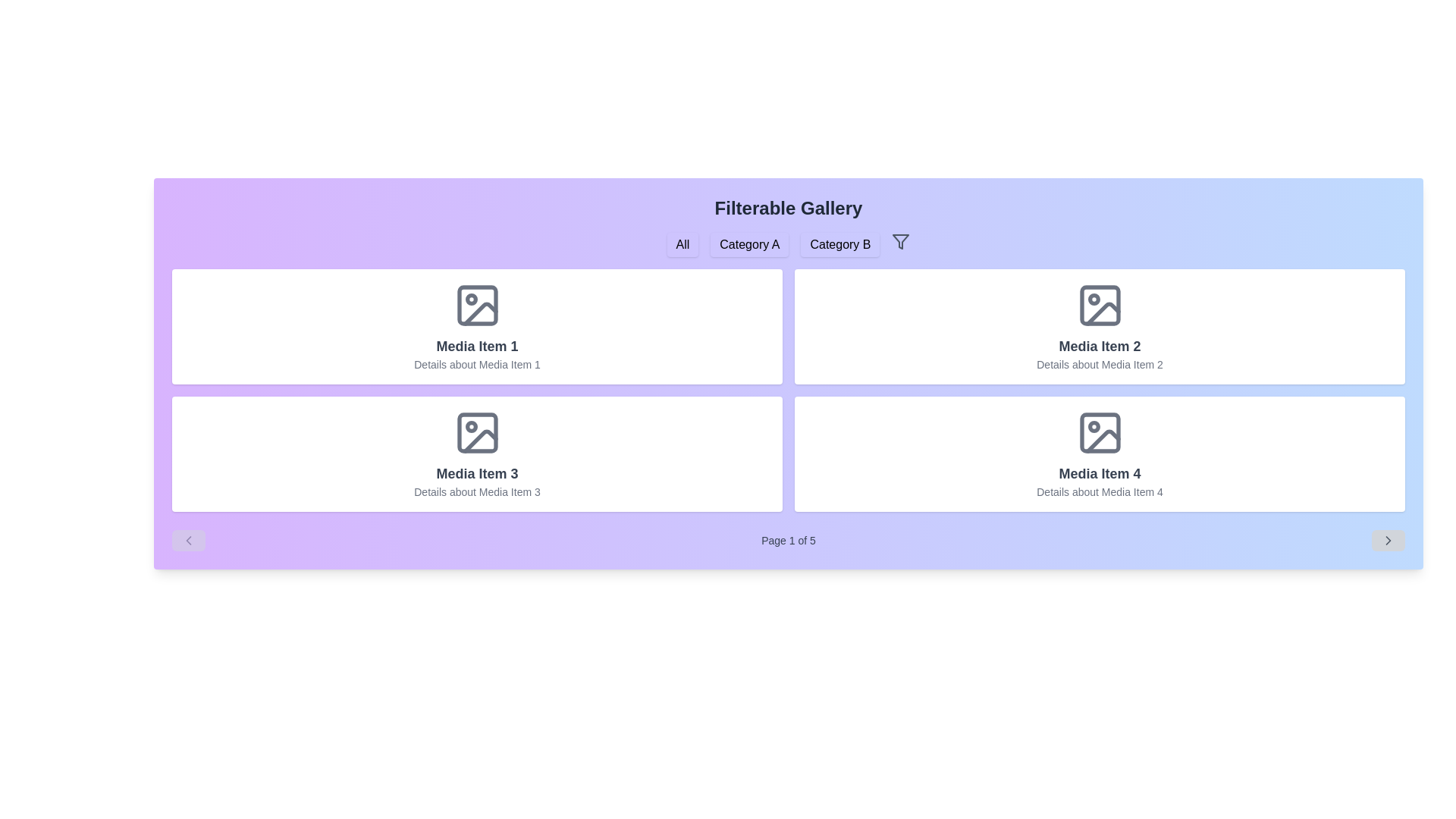 The image size is (1456, 819). What do you see at coordinates (1100, 432) in the screenshot?
I see `the media icon located in the fourth media item card titled 'Media Item 4', which is centered horizontally and aligned near the top of the card` at bounding box center [1100, 432].